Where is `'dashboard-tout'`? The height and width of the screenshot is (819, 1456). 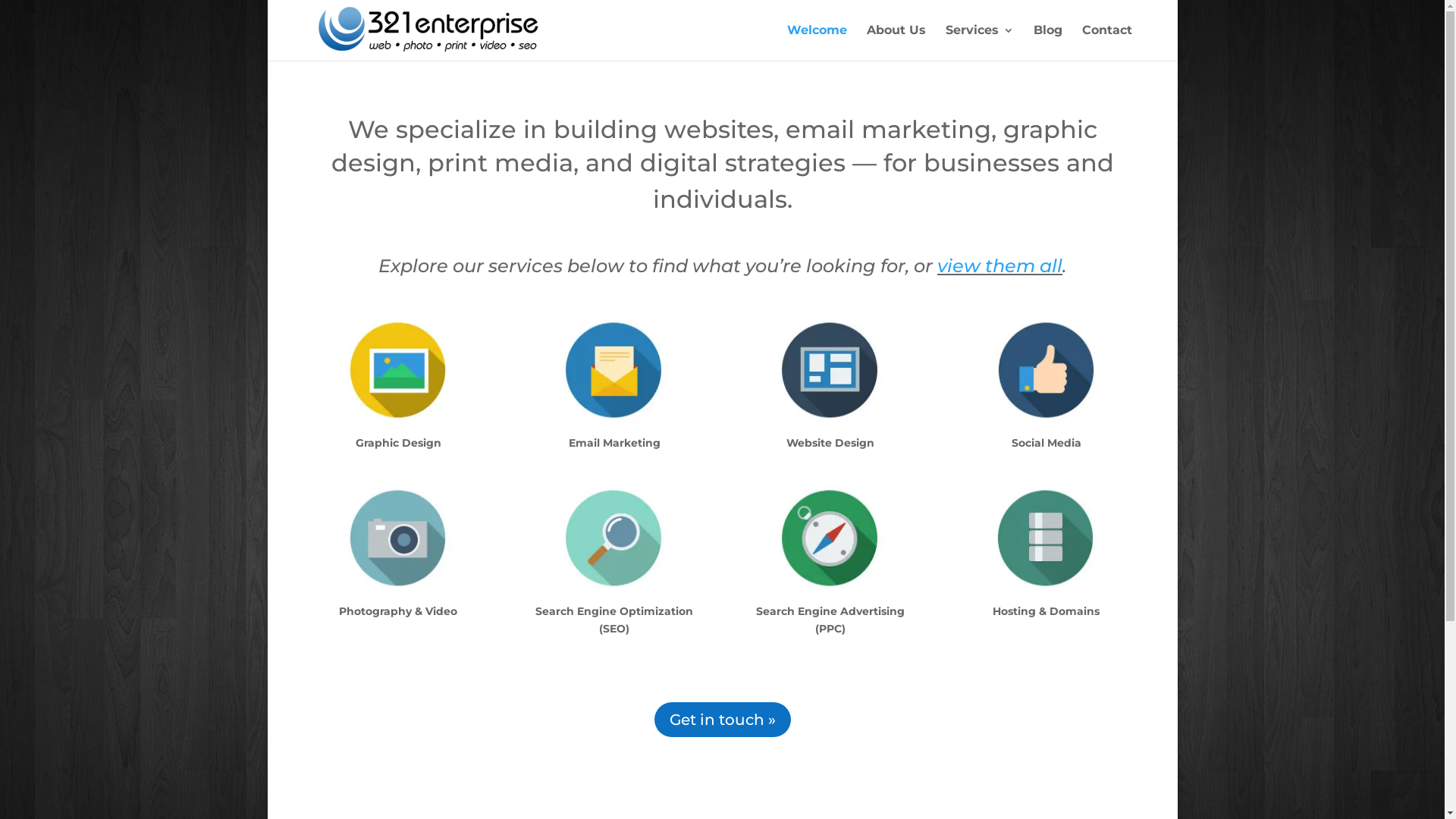 'dashboard-tout' is located at coordinates (829, 370).